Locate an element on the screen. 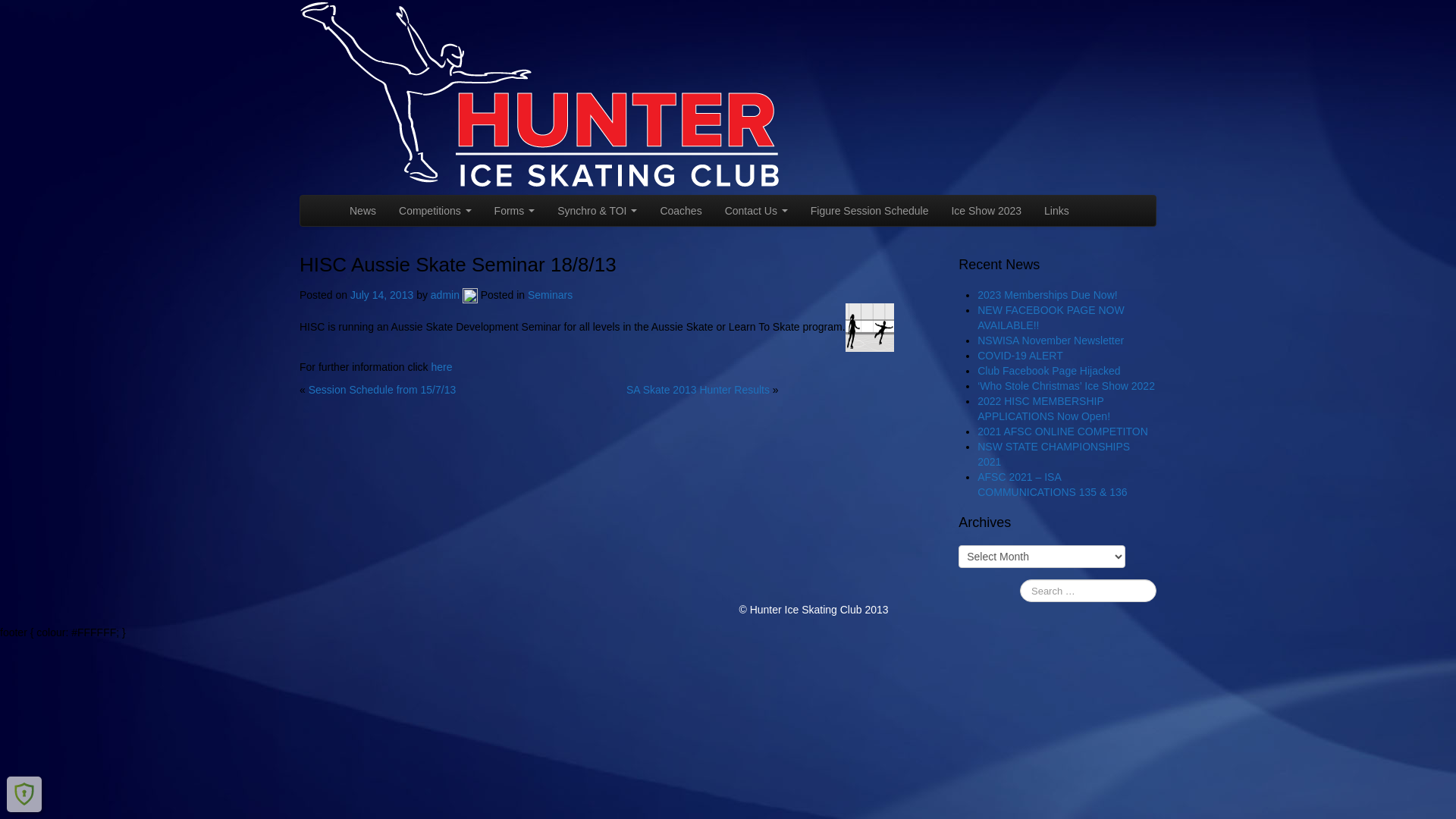  'admin' is located at coordinates (444, 295).